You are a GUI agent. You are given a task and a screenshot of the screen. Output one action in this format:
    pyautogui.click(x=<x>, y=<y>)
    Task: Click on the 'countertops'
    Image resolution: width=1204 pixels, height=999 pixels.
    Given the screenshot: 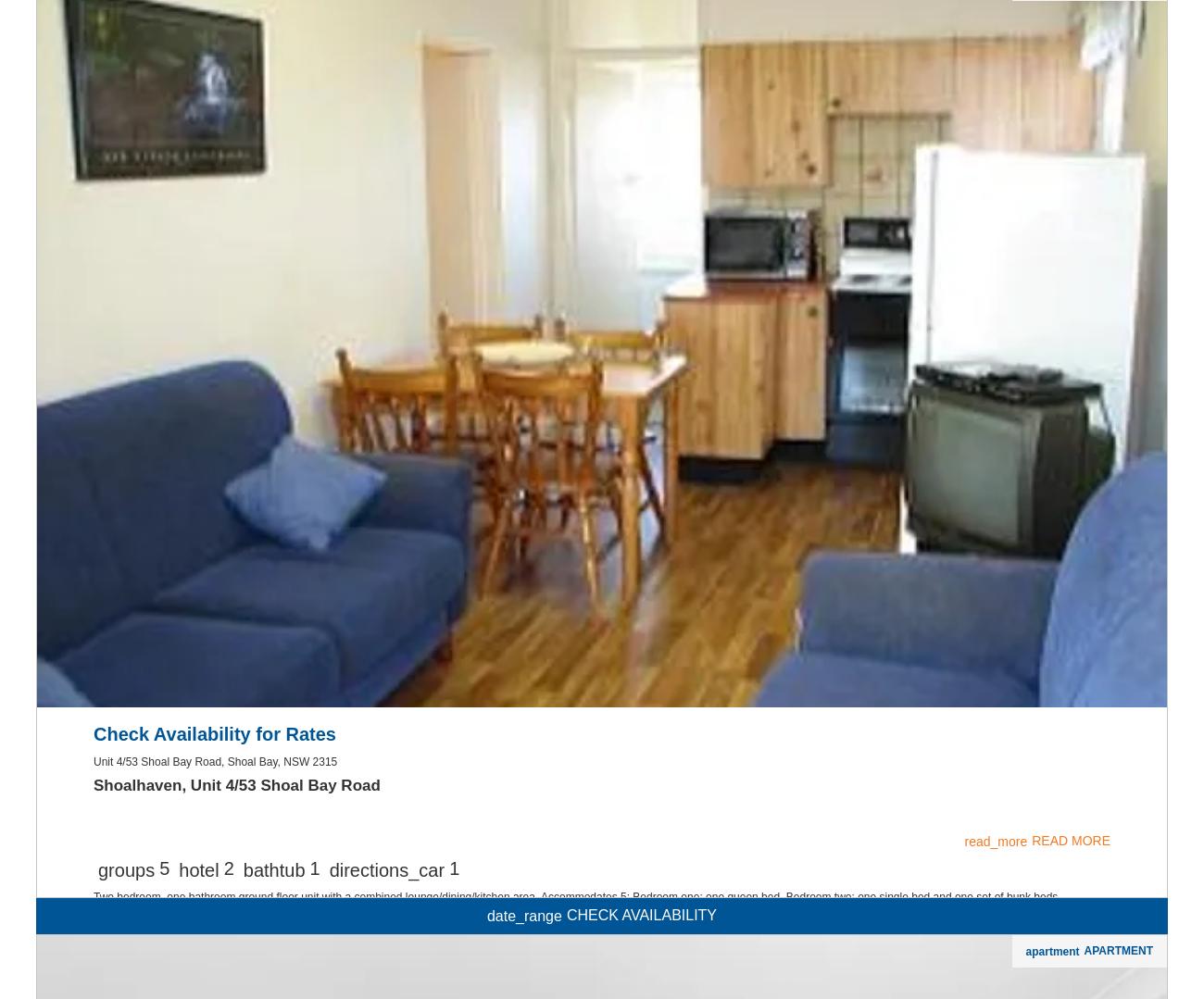 What is the action you would take?
    pyautogui.click(x=601, y=296)
    